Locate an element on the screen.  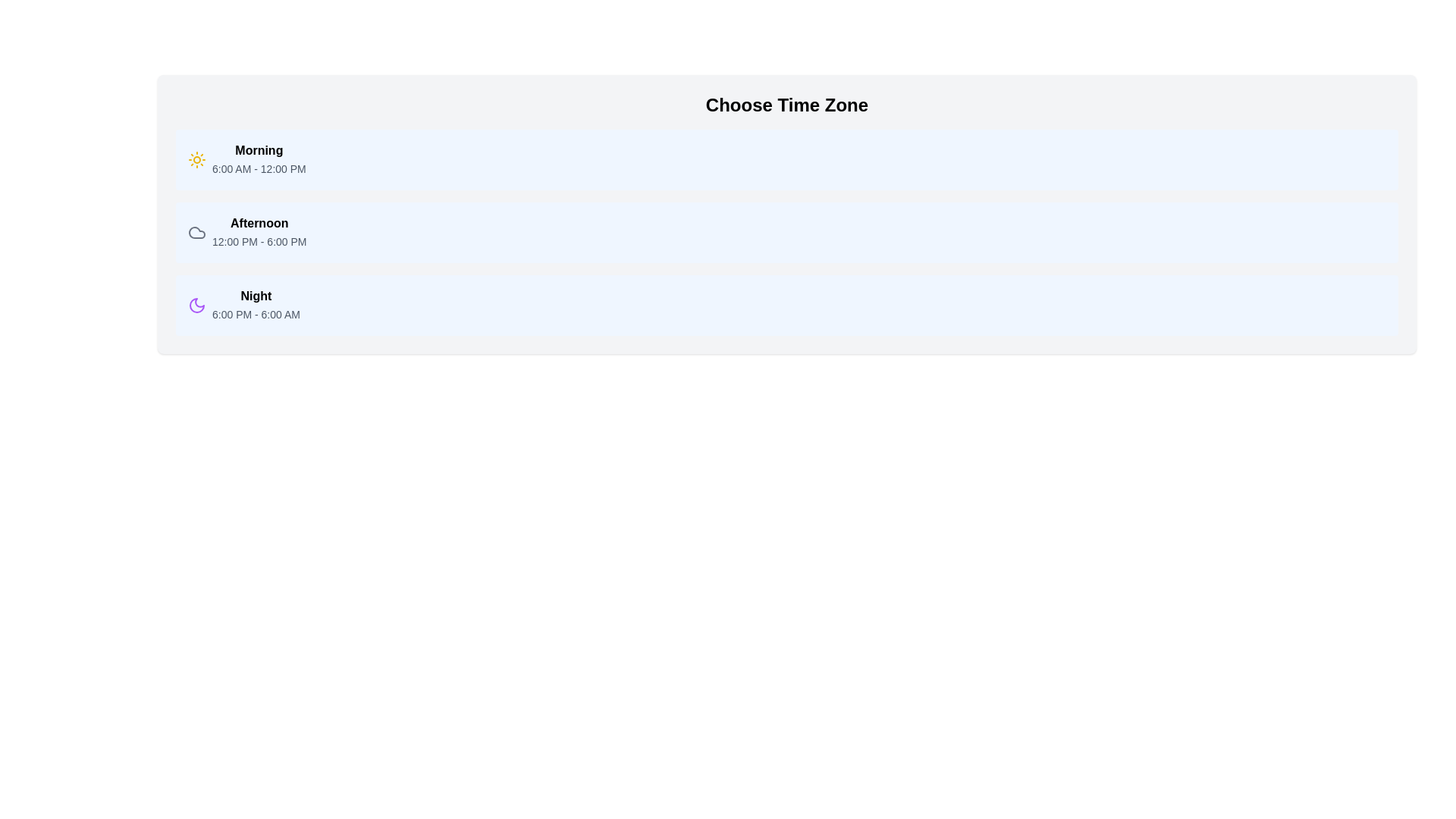
the 'Morning' time slot text label that displays '6:00 AM - 12:00 PM' in a list of time slots under the 'Choose Time Zone' heading is located at coordinates (259, 160).